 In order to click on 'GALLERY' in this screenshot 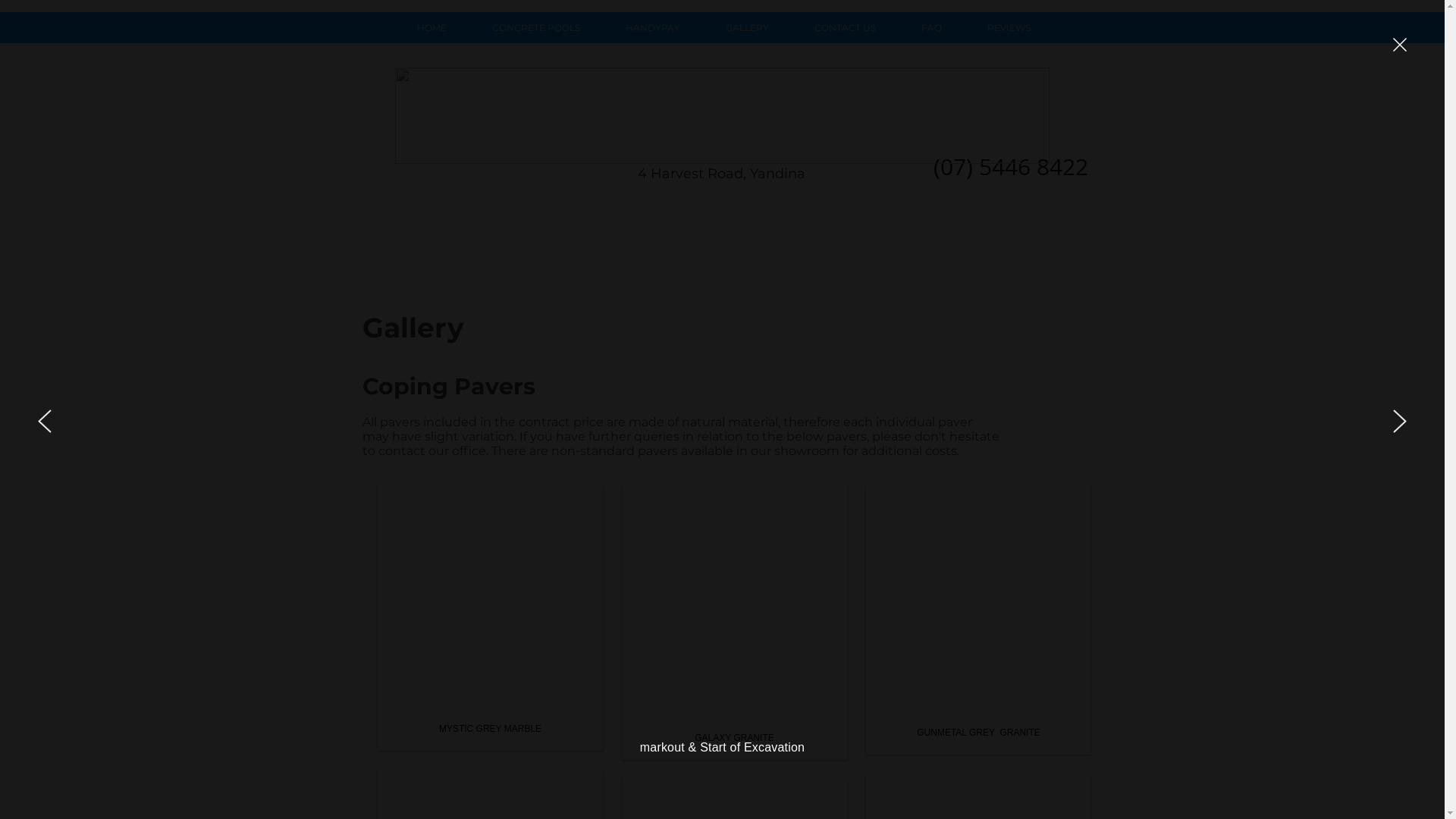, I will do `click(746, 27)`.